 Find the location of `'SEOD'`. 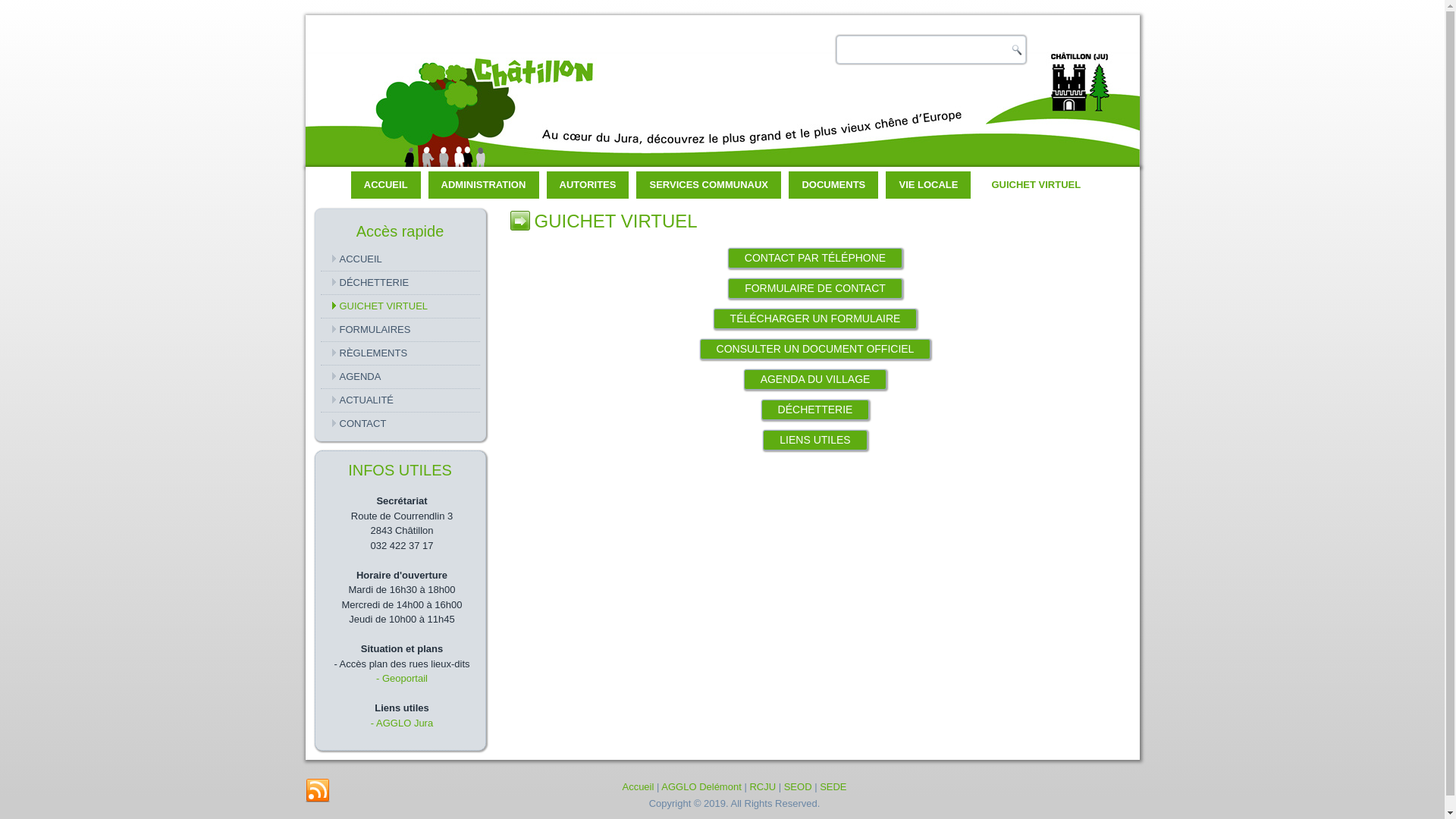

'SEOD' is located at coordinates (797, 786).